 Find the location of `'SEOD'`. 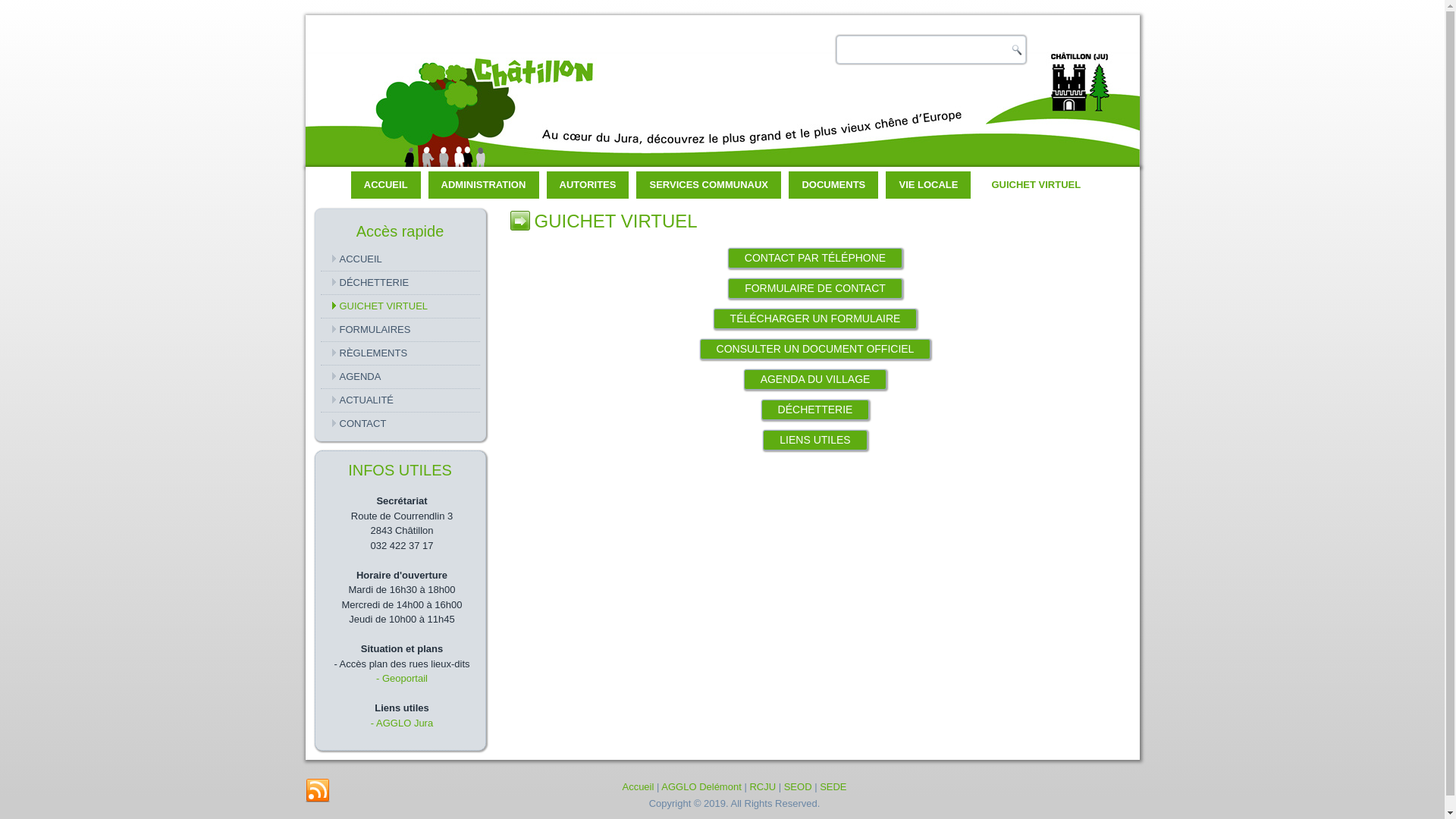

'SEOD' is located at coordinates (797, 786).